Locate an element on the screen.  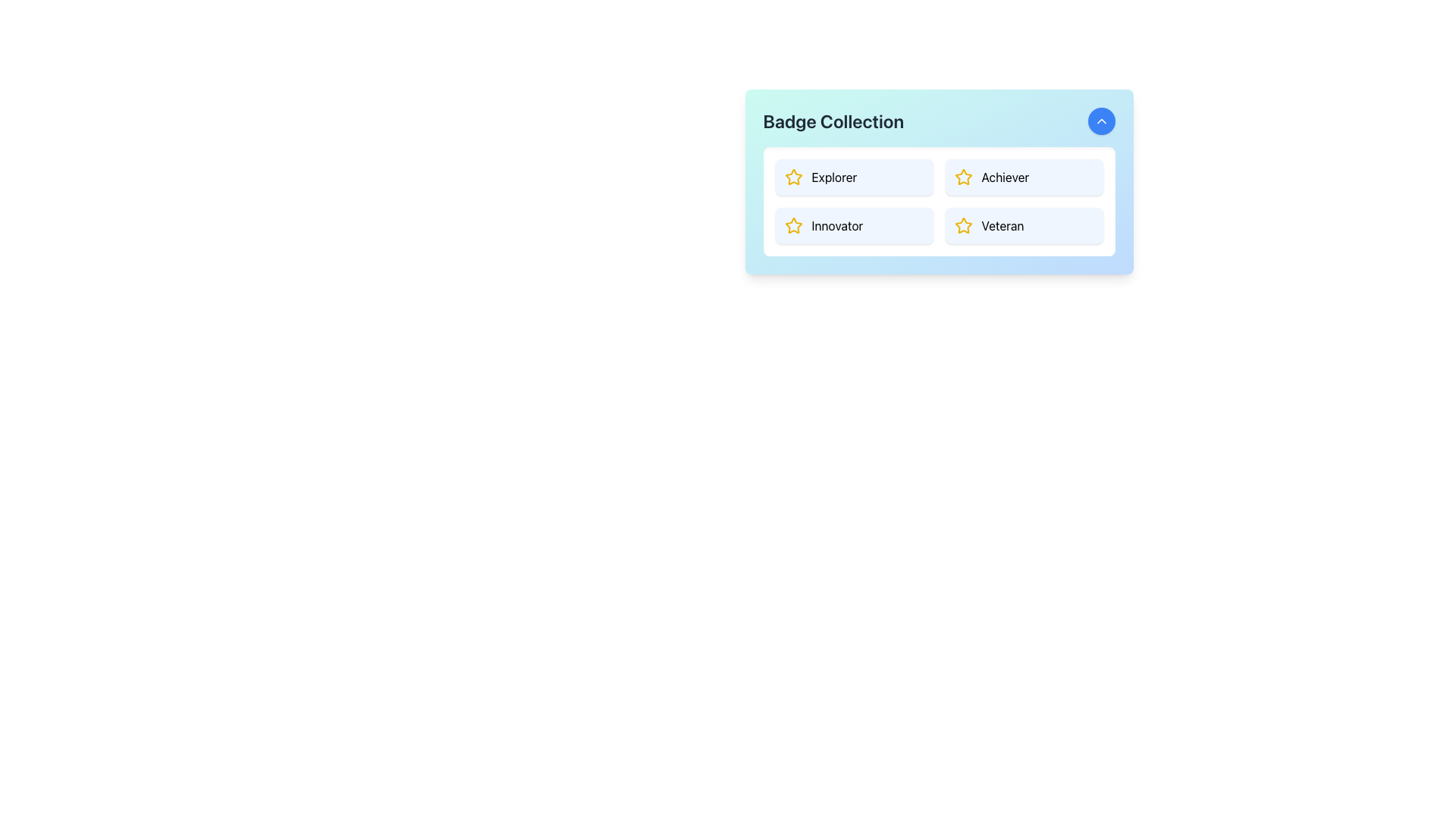
the 'Veteran' text label, which is displayed in bold font within a light blue badge and is positioned in the bottom right corner of the 'Badge Collection' interface is located at coordinates (1003, 225).